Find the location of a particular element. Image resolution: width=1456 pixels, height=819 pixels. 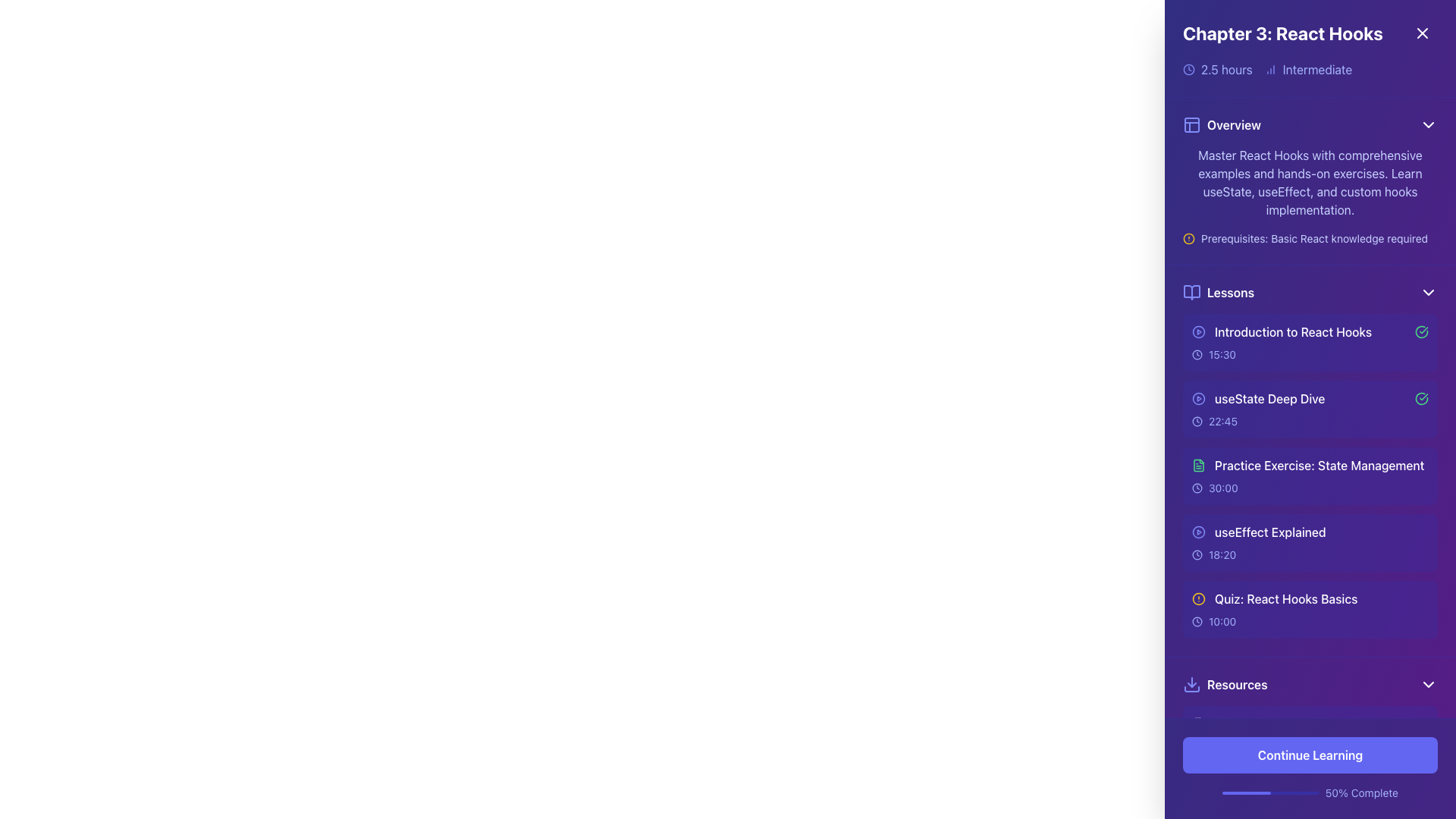

displayed text from the text label that shows '50% Complete' in light indigo color, located at the bottom-right of the sidebar interface is located at coordinates (1361, 792).